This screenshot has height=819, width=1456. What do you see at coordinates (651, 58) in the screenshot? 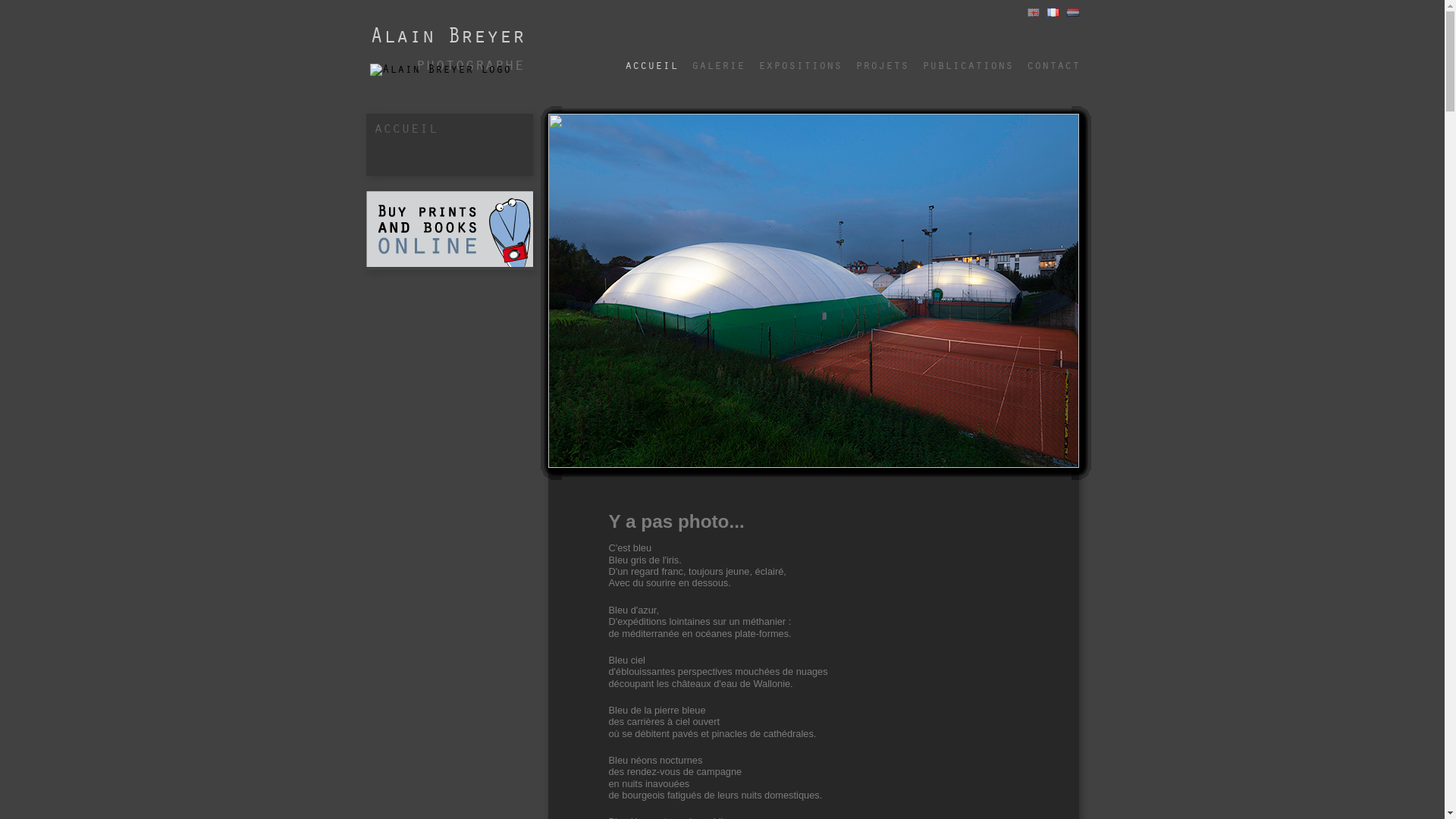
I see `'accueil'` at bounding box center [651, 58].